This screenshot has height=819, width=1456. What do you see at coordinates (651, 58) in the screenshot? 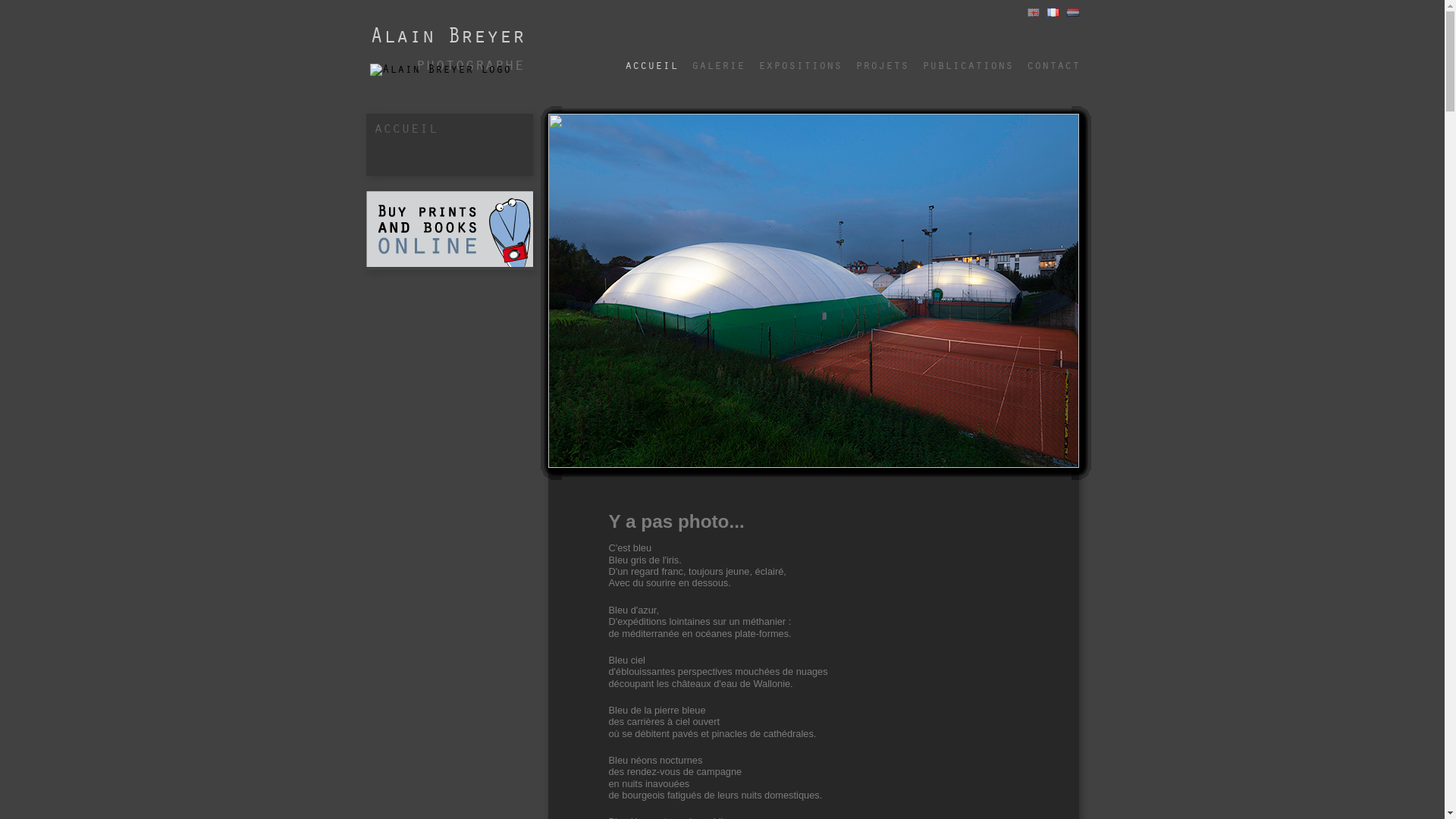
I see `'accueil'` at bounding box center [651, 58].